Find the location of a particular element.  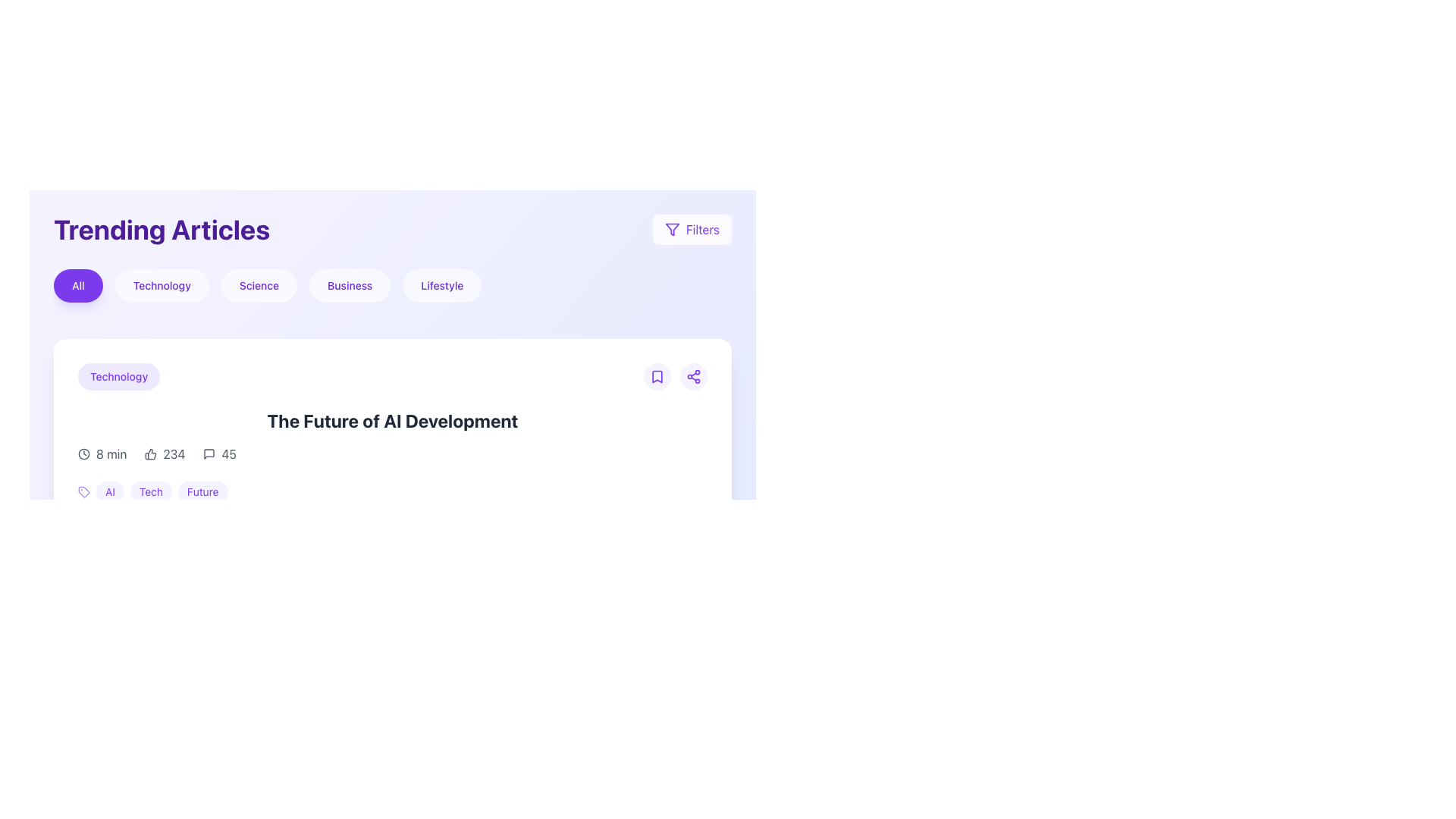

the visual representation of the violet tag icon, which is a vector graphic located in the bottom-left section of the card-like UI block is located at coordinates (83, 491).